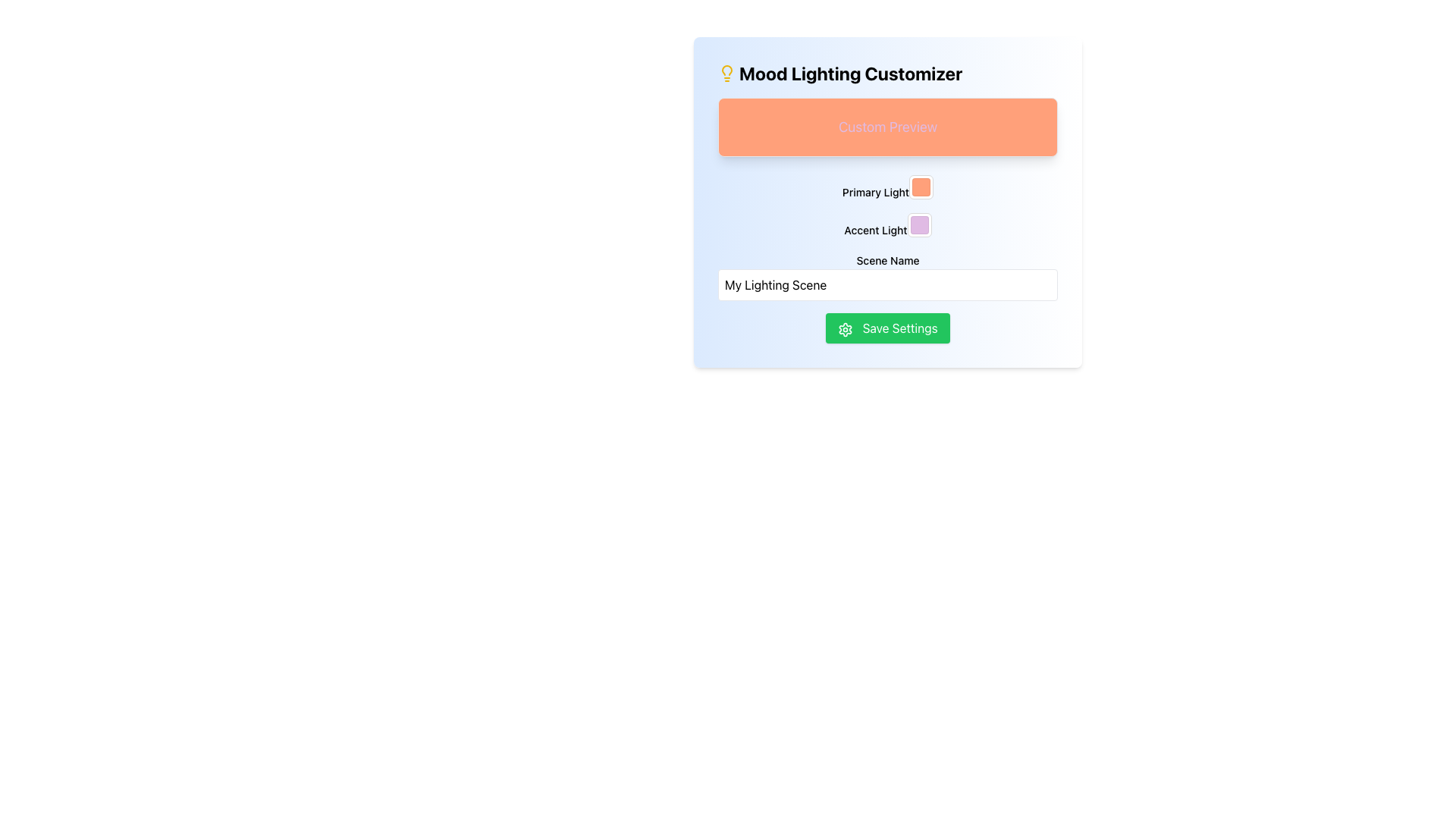 This screenshot has height=819, width=1456. I want to click on the Color Picker Block located in the 'Accent Light' section on the right side of the interface, so click(918, 225).